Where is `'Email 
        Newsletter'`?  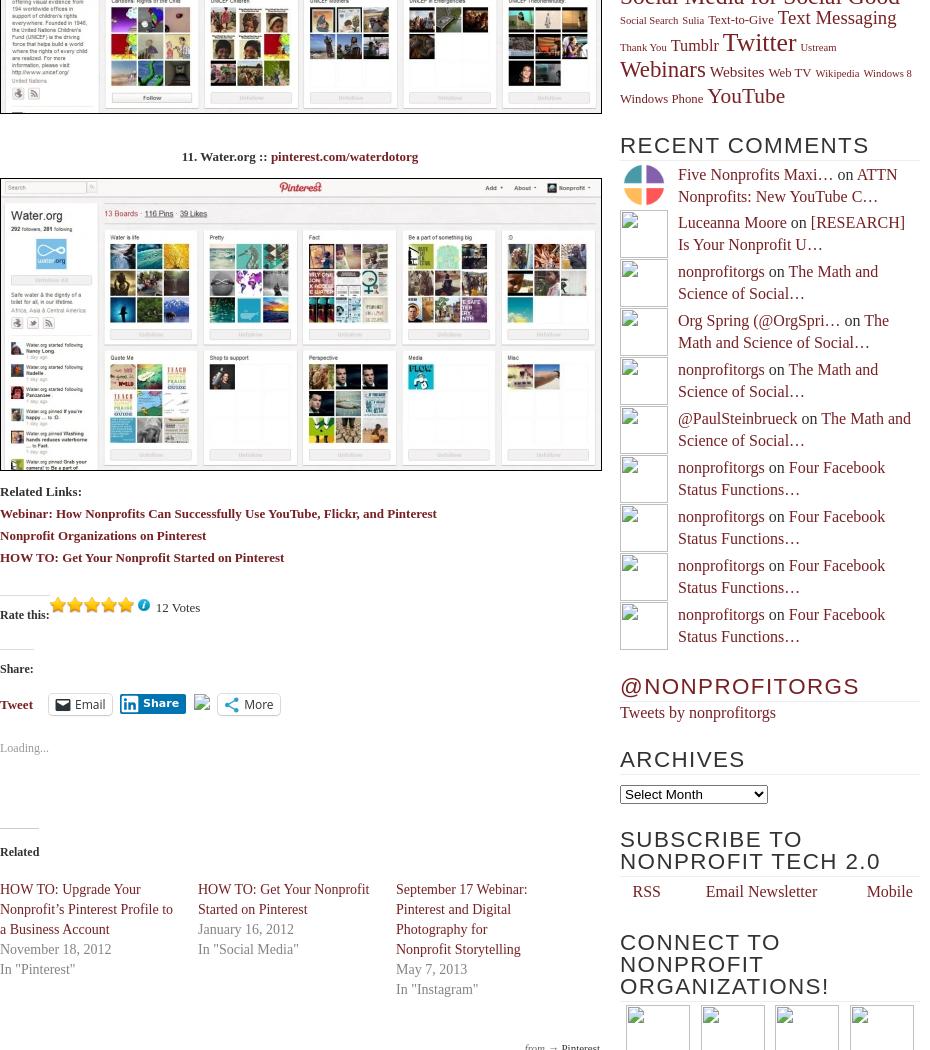
'Email 
        Newsletter' is located at coordinates (761, 890).